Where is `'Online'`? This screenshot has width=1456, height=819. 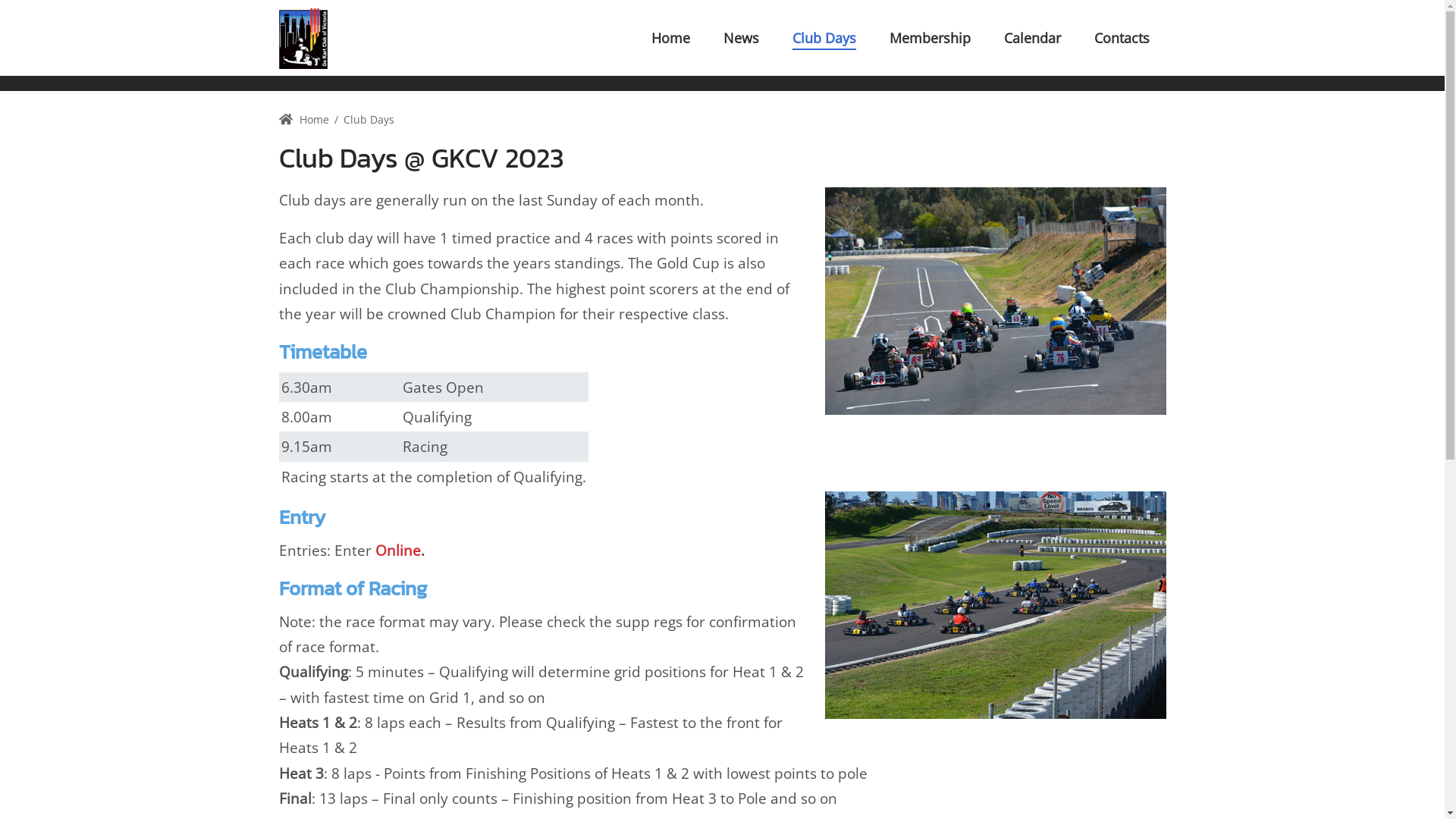
'Online' is located at coordinates (397, 550).